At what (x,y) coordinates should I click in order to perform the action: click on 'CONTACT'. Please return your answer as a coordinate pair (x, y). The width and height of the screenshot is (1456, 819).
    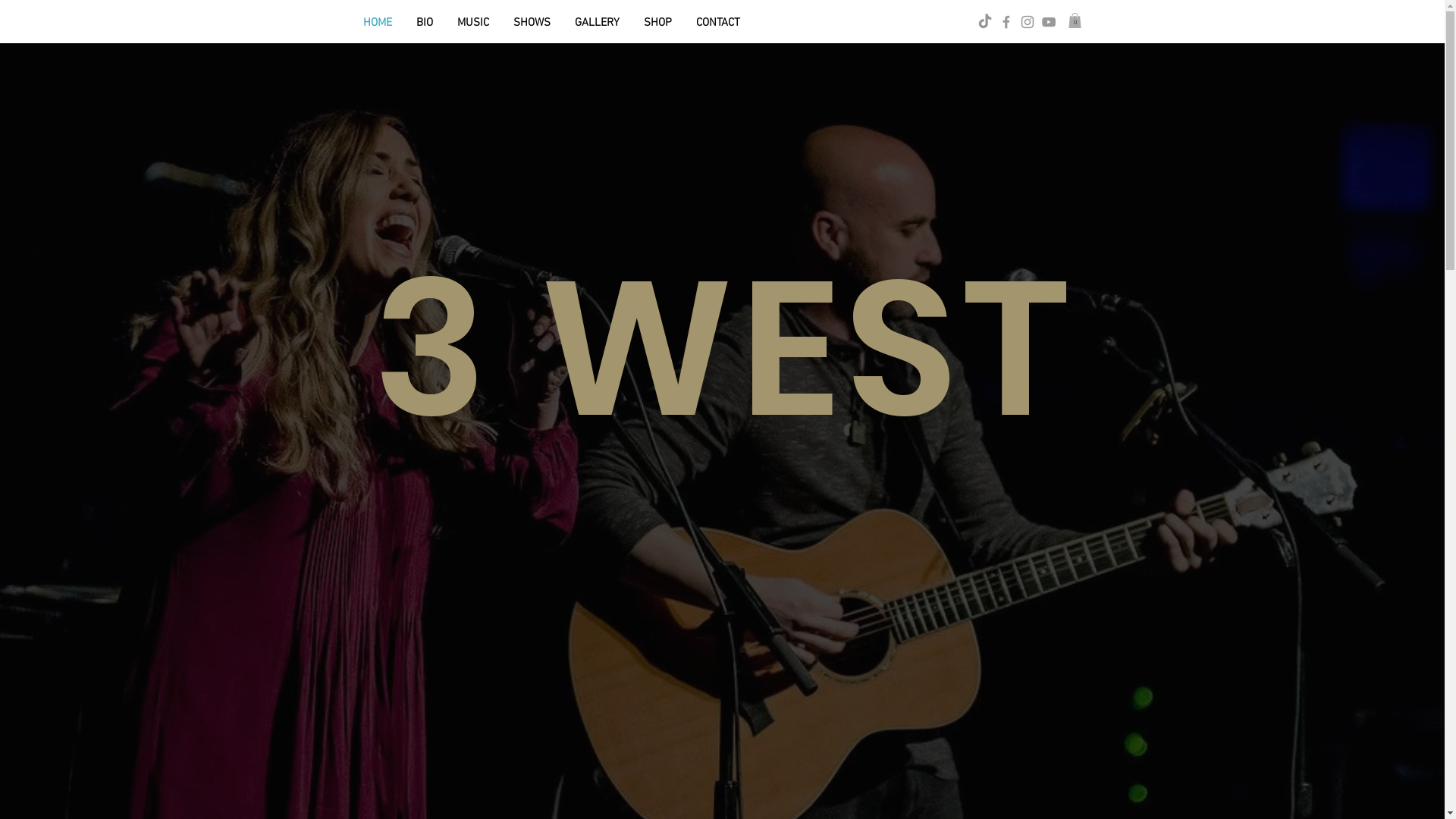
    Looking at the image, I should click on (717, 23).